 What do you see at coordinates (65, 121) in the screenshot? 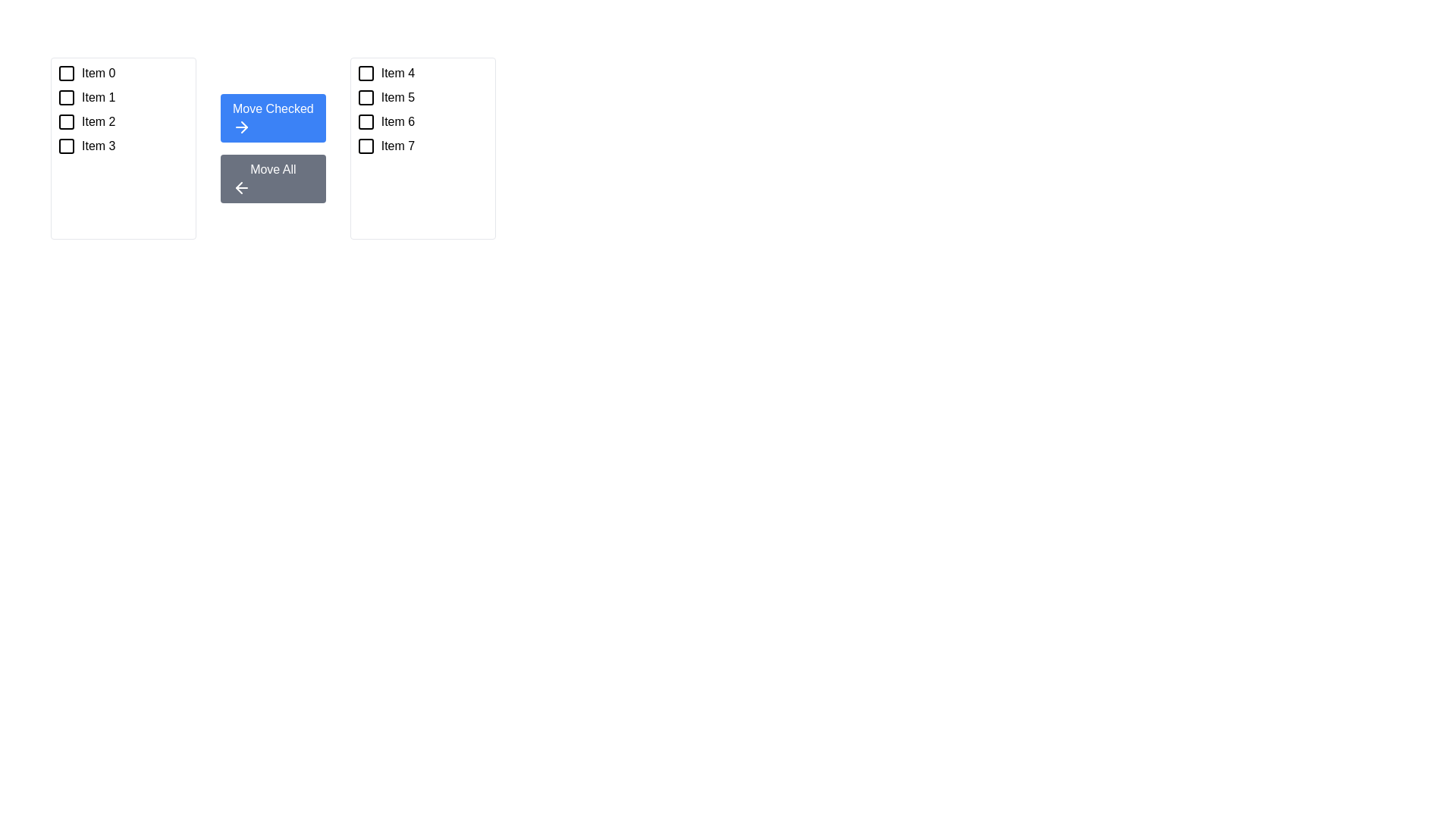
I see `the inner part of the checkbox located to the left of the text 'Item 2'` at bounding box center [65, 121].